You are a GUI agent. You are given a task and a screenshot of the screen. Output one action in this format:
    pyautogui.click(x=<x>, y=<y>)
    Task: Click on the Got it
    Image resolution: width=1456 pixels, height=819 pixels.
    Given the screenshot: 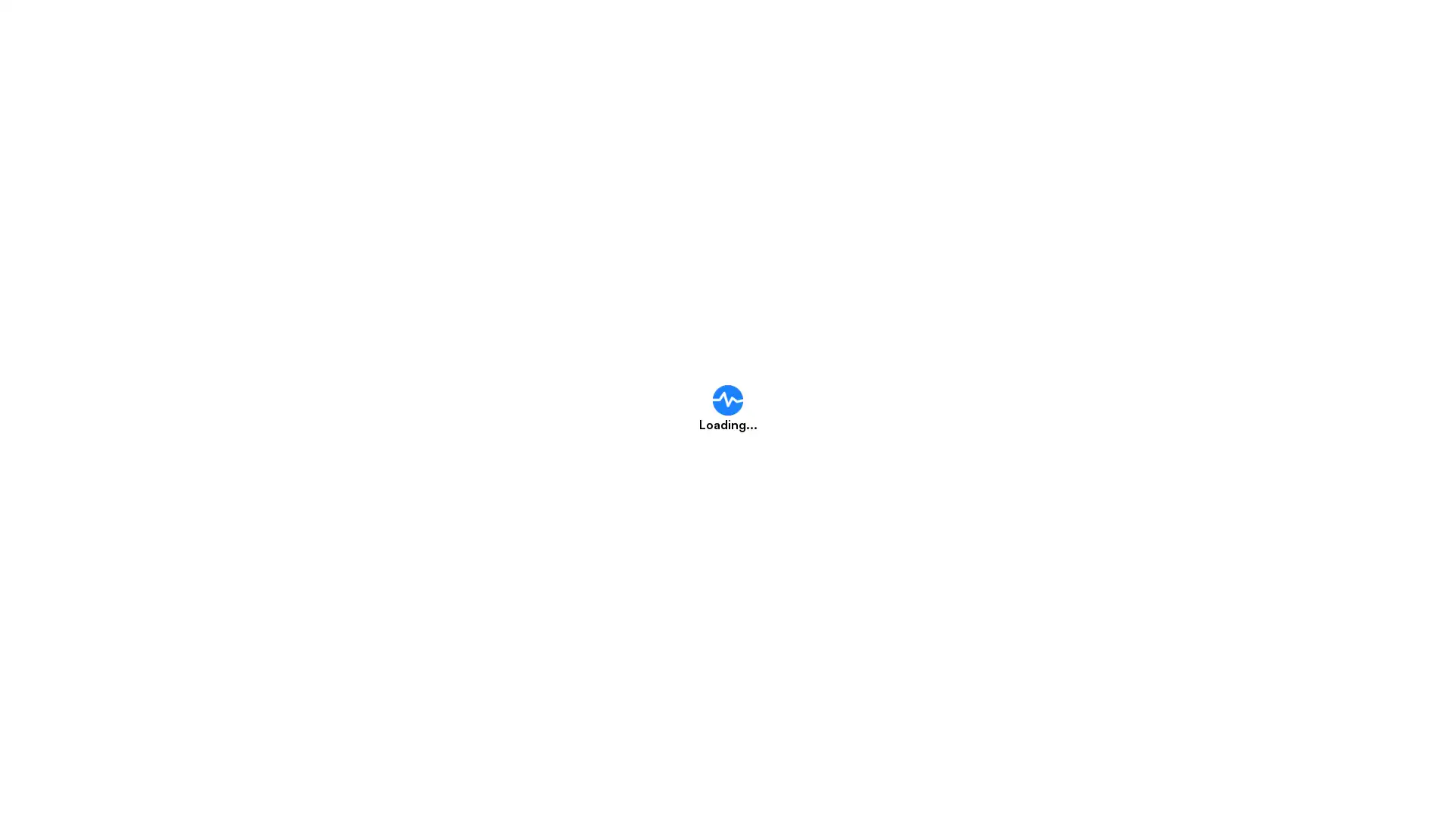 What is the action you would take?
    pyautogui.click(x=739, y=491)
    